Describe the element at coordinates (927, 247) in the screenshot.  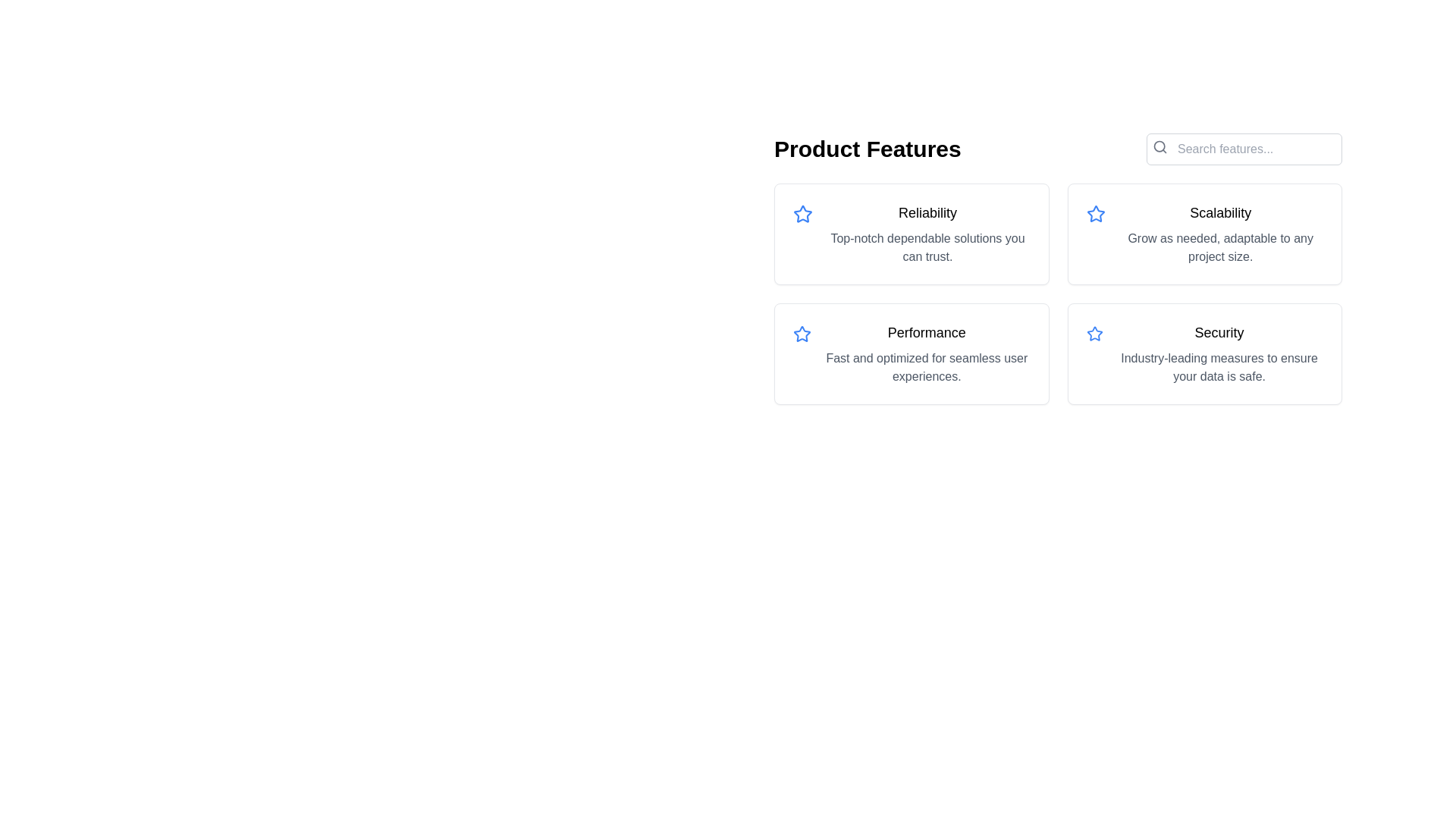
I see `the text component displaying 'Top-notch dependable solutions you can trust.' located below the 'Reliability' heading in the feature card` at that location.